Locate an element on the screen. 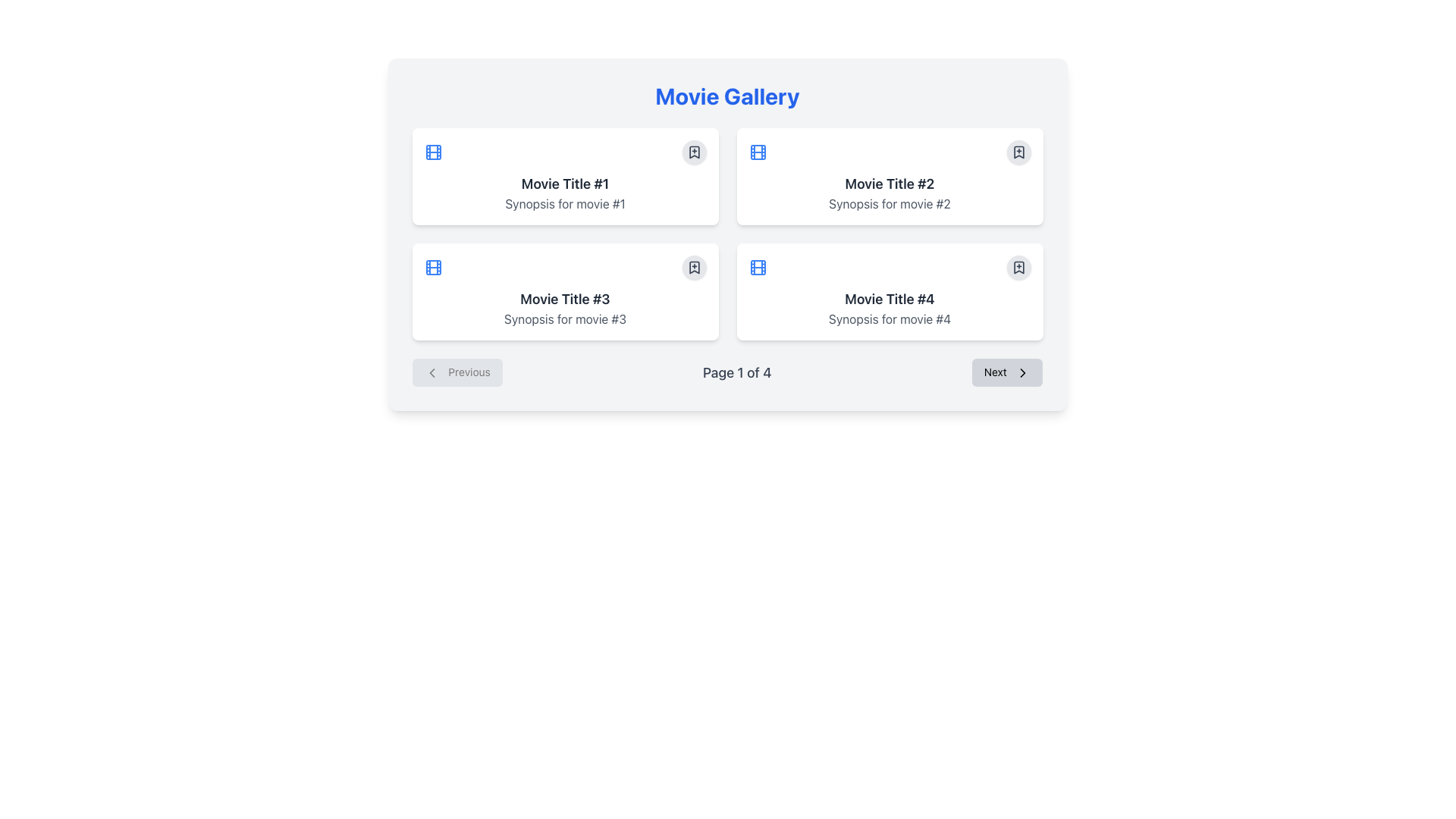 The image size is (1456, 819). the blue movie reel icon with perforation patterns located in the upper-right card titled 'Movie Title #2' to interact with the associated content is located at coordinates (758, 152).